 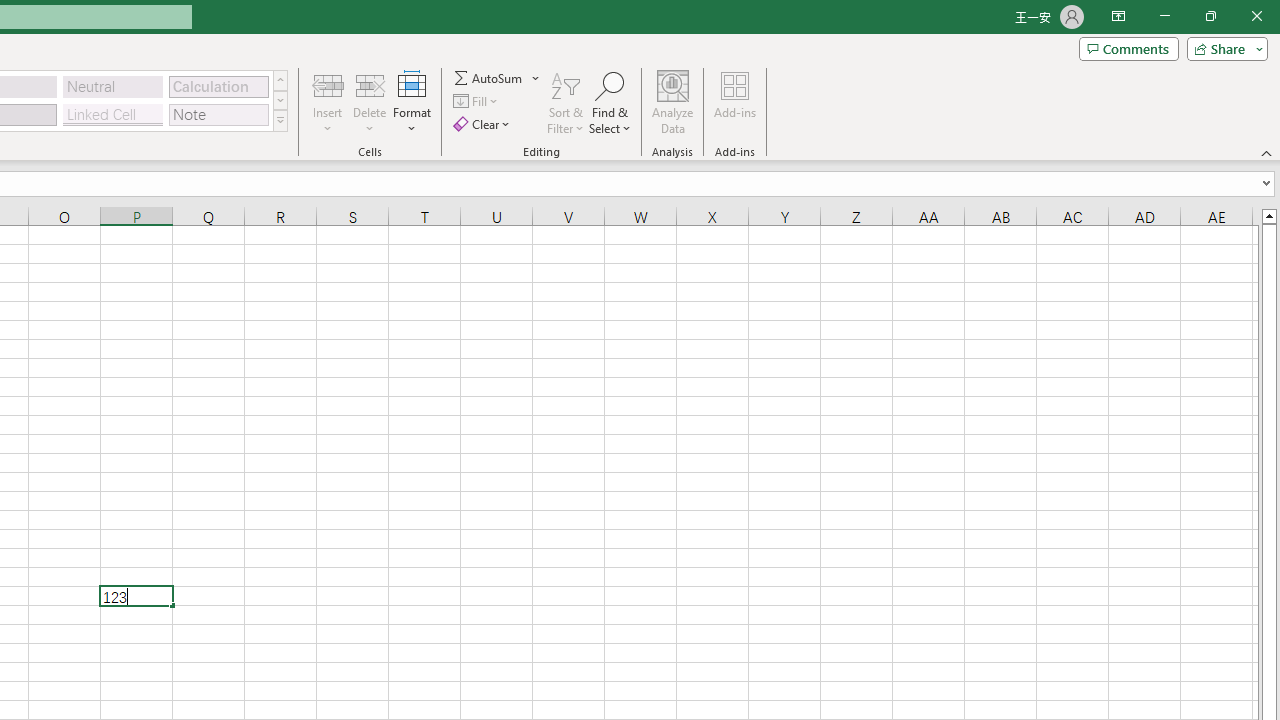 I want to click on 'Insert Cells', so click(x=328, y=84).